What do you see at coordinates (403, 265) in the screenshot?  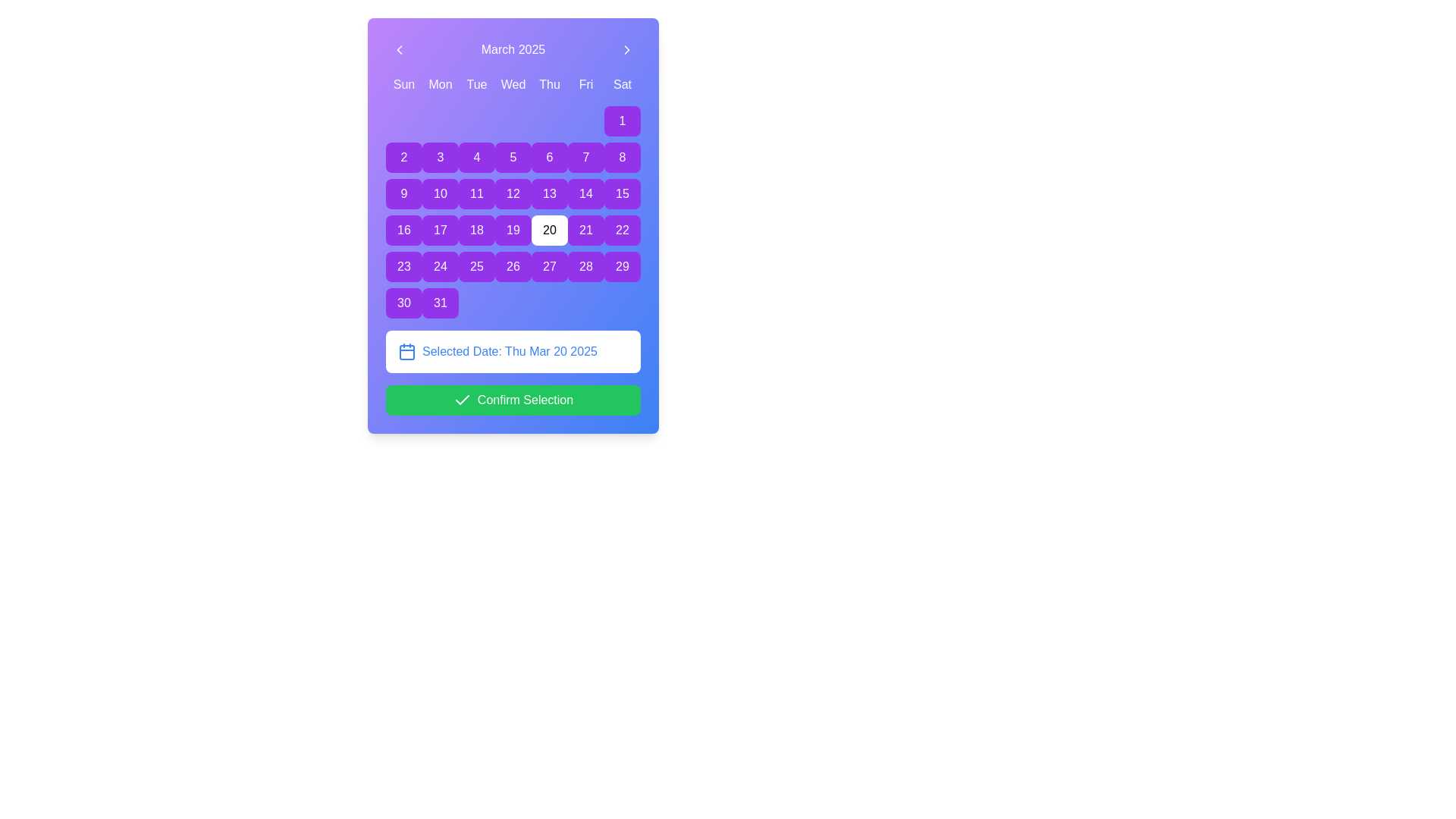 I see `the rounded rectangular button with a purple background and the number '23'` at bounding box center [403, 265].